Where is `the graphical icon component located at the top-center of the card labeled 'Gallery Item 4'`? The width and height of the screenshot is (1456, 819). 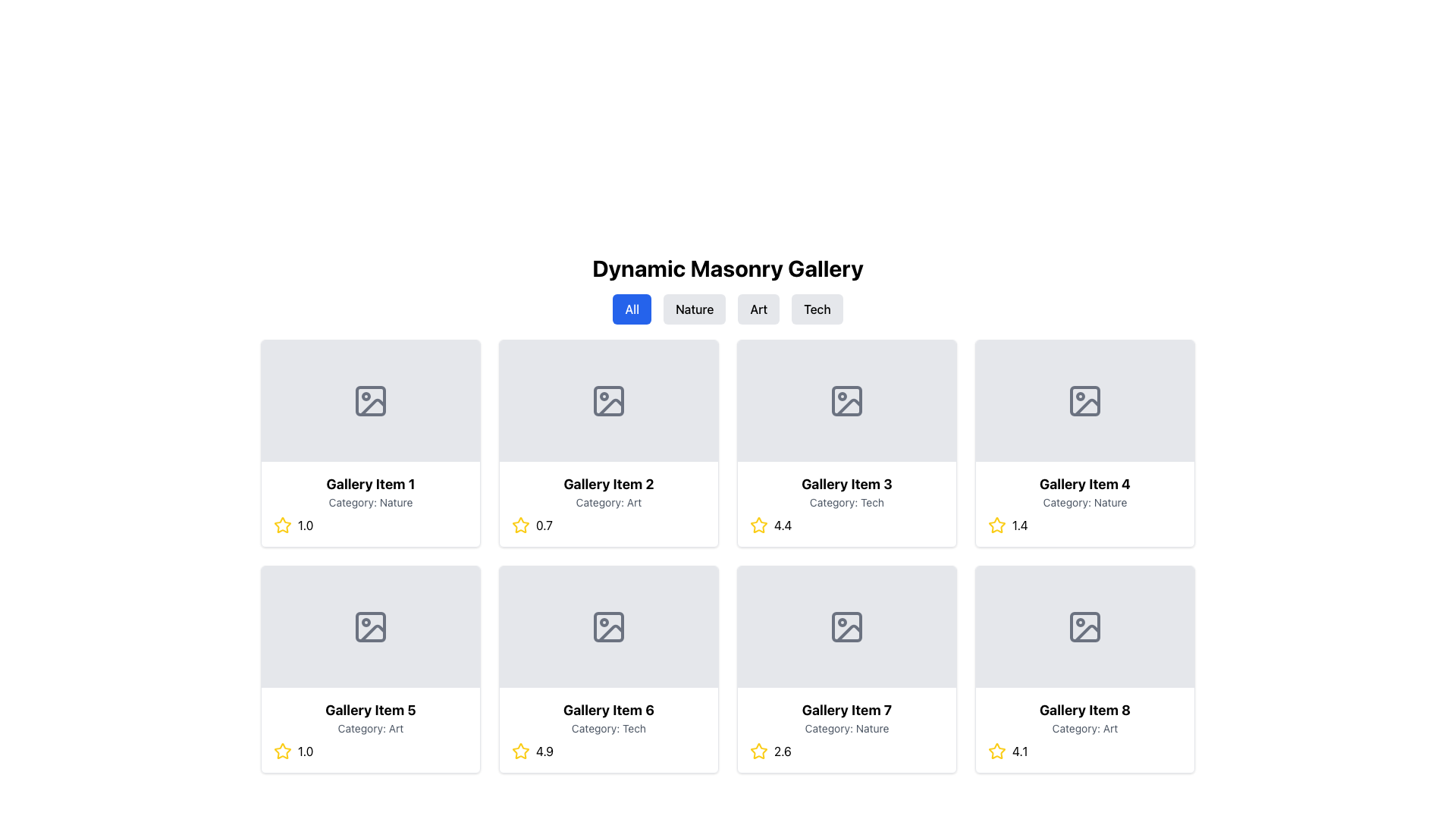 the graphical icon component located at the top-center of the card labeled 'Gallery Item 4' is located at coordinates (1084, 400).